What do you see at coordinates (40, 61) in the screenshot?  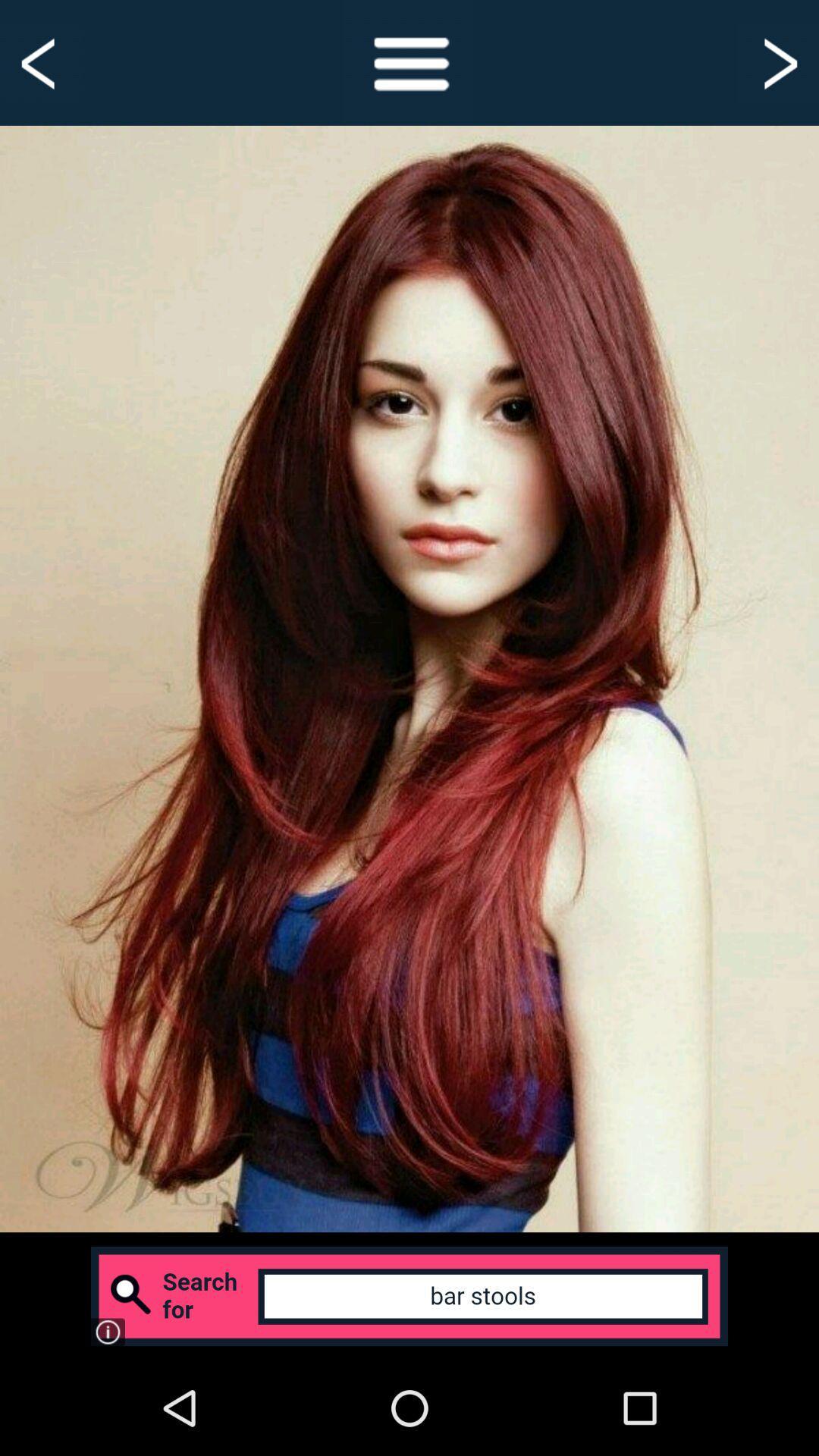 I see `previous screen` at bounding box center [40, 61].